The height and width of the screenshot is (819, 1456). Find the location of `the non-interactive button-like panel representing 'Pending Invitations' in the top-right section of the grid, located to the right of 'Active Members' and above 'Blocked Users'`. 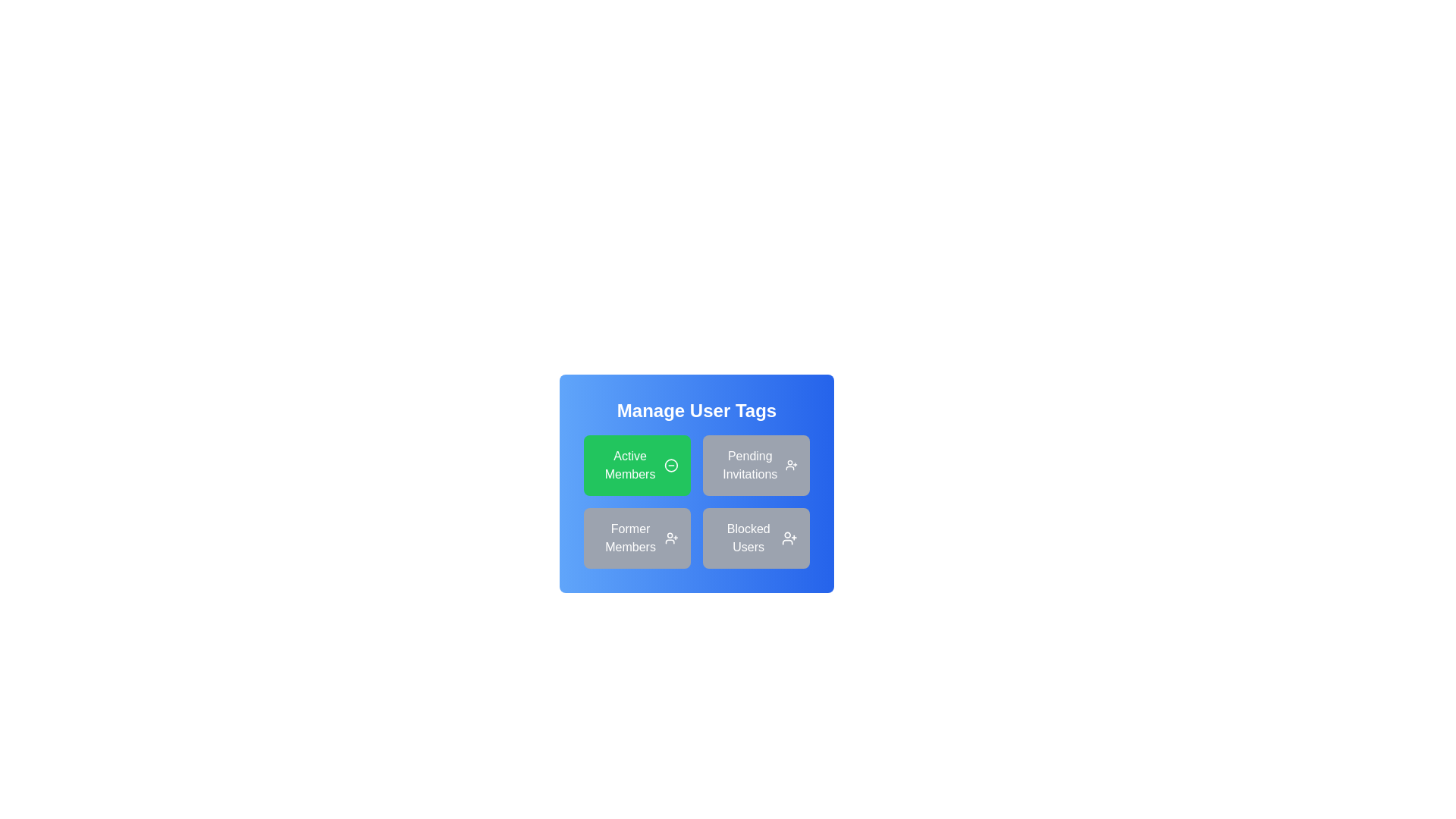

the non-interactive button-like panel representing 'Pending Invitations' in the top-right section of the grid, located to the right of 'Active Members' and above 'Blocked Users' is located at coordinates (756, 464).